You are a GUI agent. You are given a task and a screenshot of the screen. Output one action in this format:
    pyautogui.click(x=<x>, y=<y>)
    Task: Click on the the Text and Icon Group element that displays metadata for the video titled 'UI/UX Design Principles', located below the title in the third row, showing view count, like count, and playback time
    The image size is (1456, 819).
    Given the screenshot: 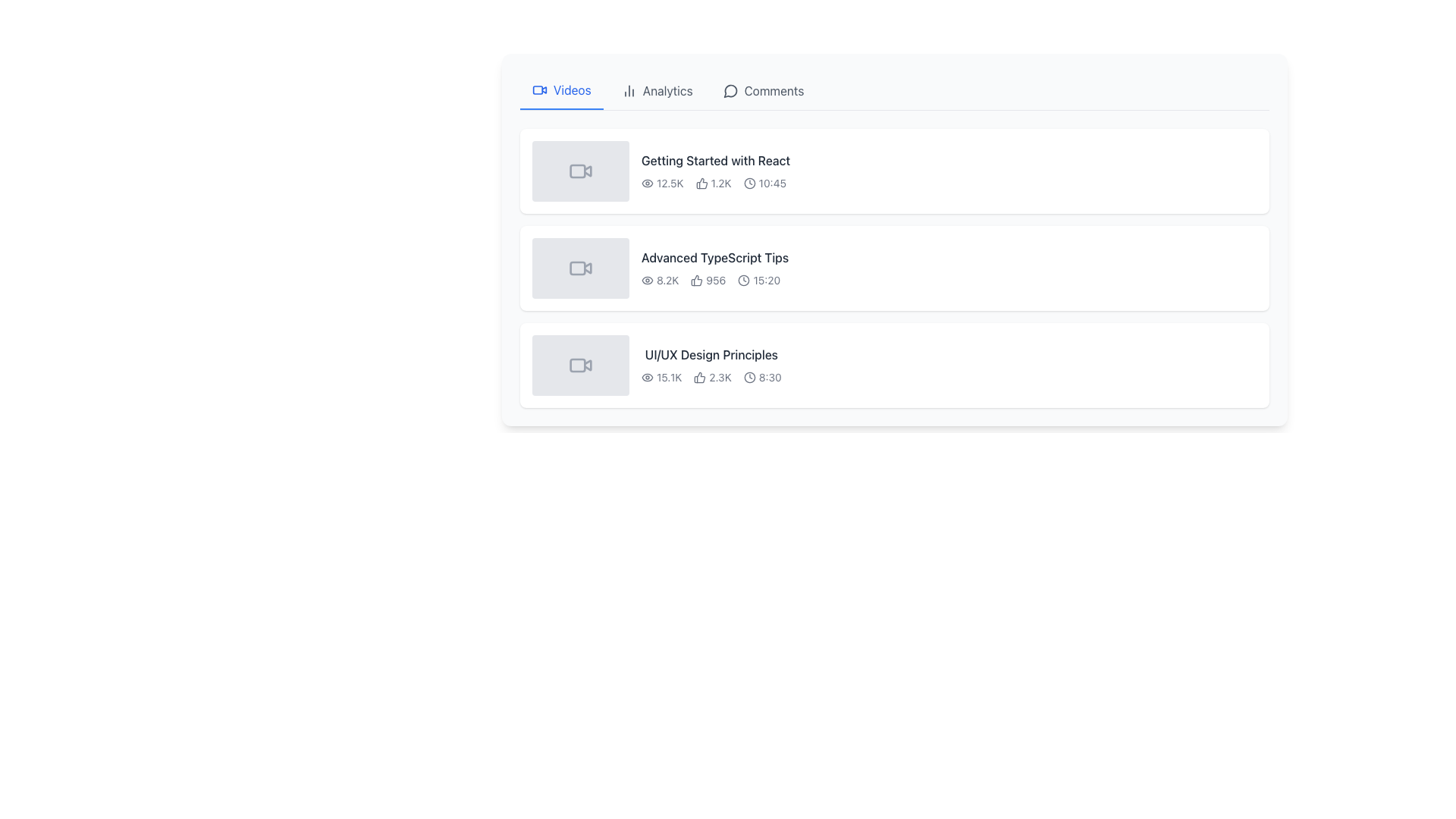 What is the action you would take?
    pyautogui.click(x=711, y=376)
    